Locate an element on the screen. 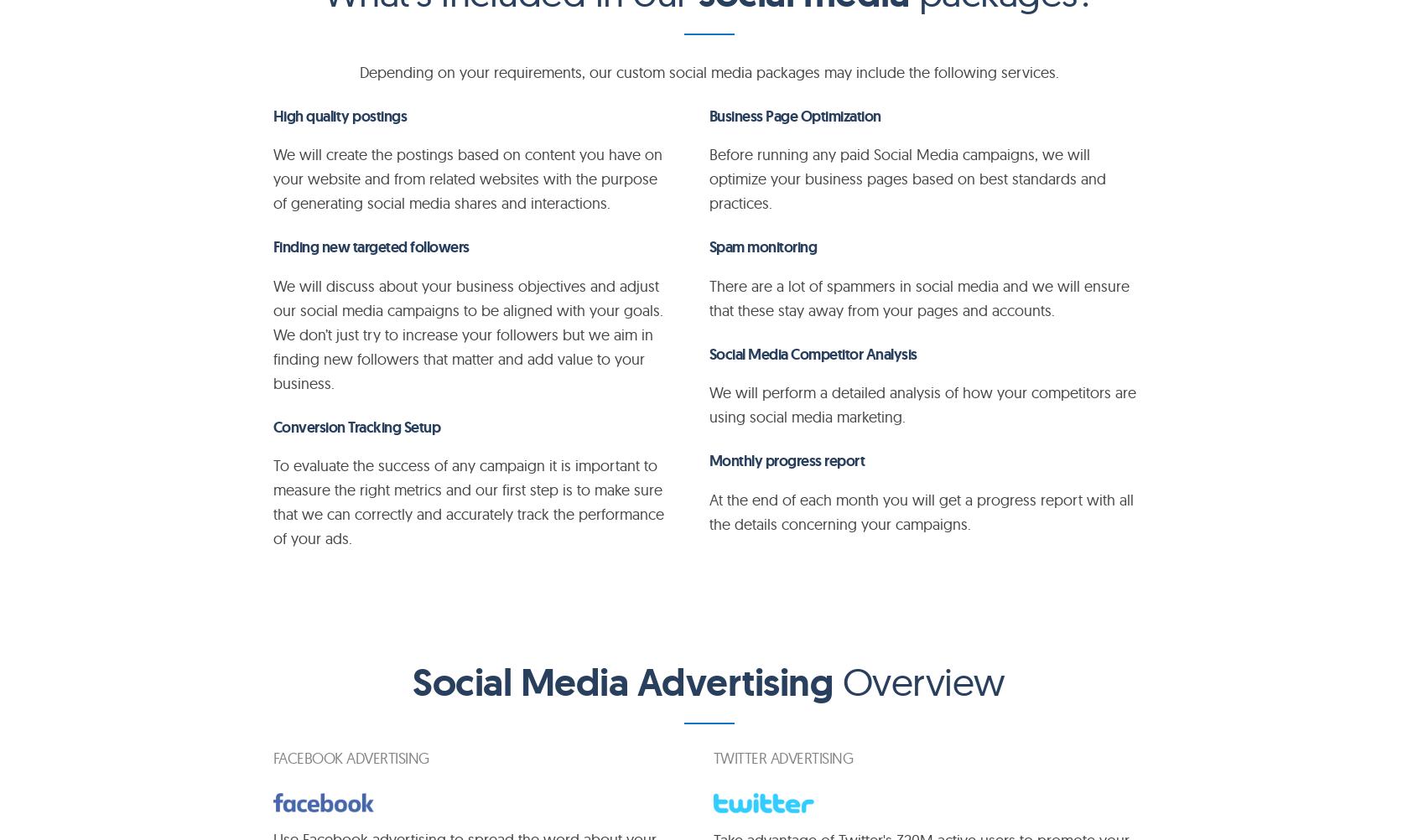  'TWITTER advertising' is located at coordinates (713, 758).